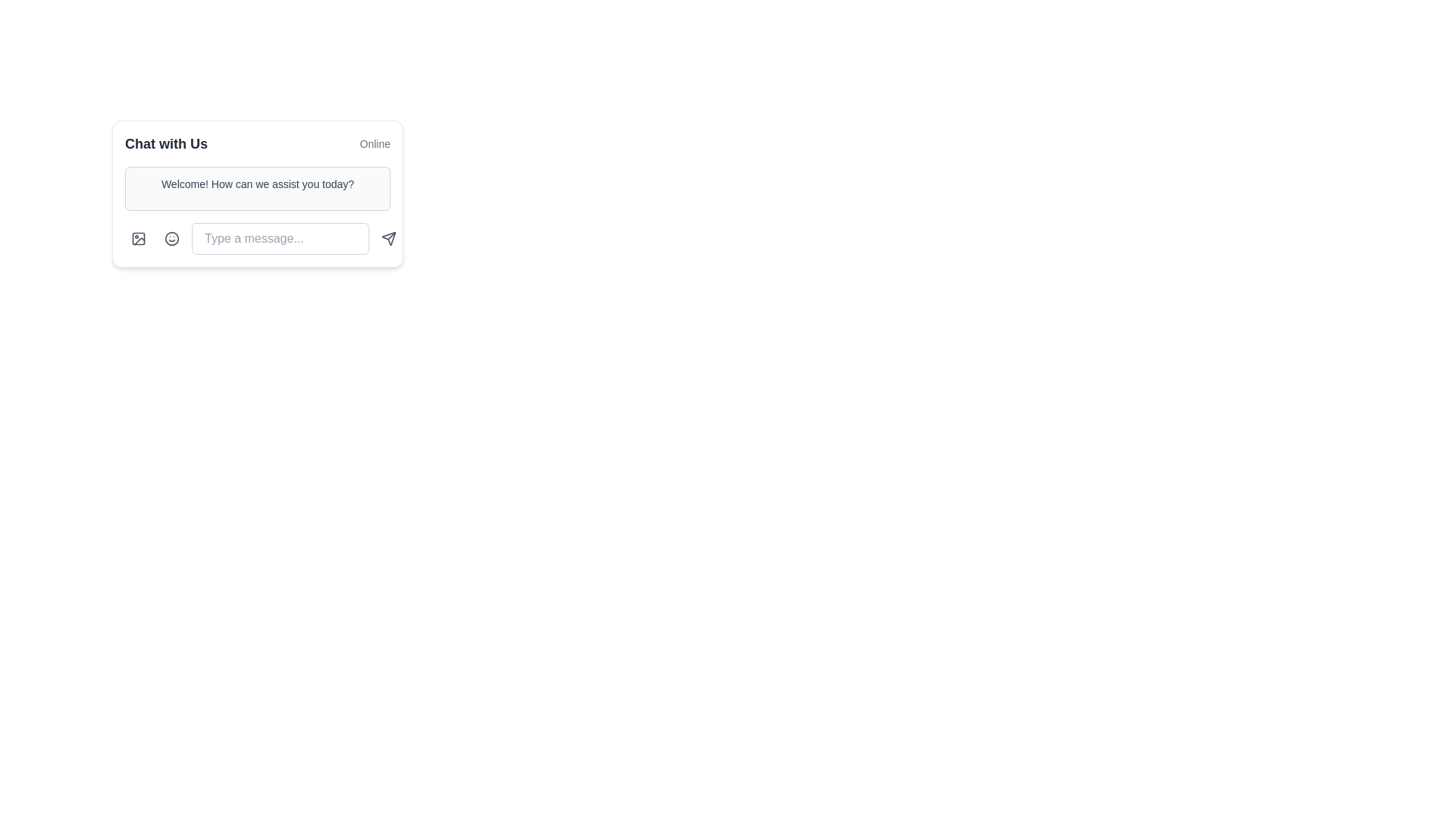  What do you see at coordinates (171, 239) in the screenshot?
I see `the circular button with a smiley face icon` at bounding box center [171, 239].